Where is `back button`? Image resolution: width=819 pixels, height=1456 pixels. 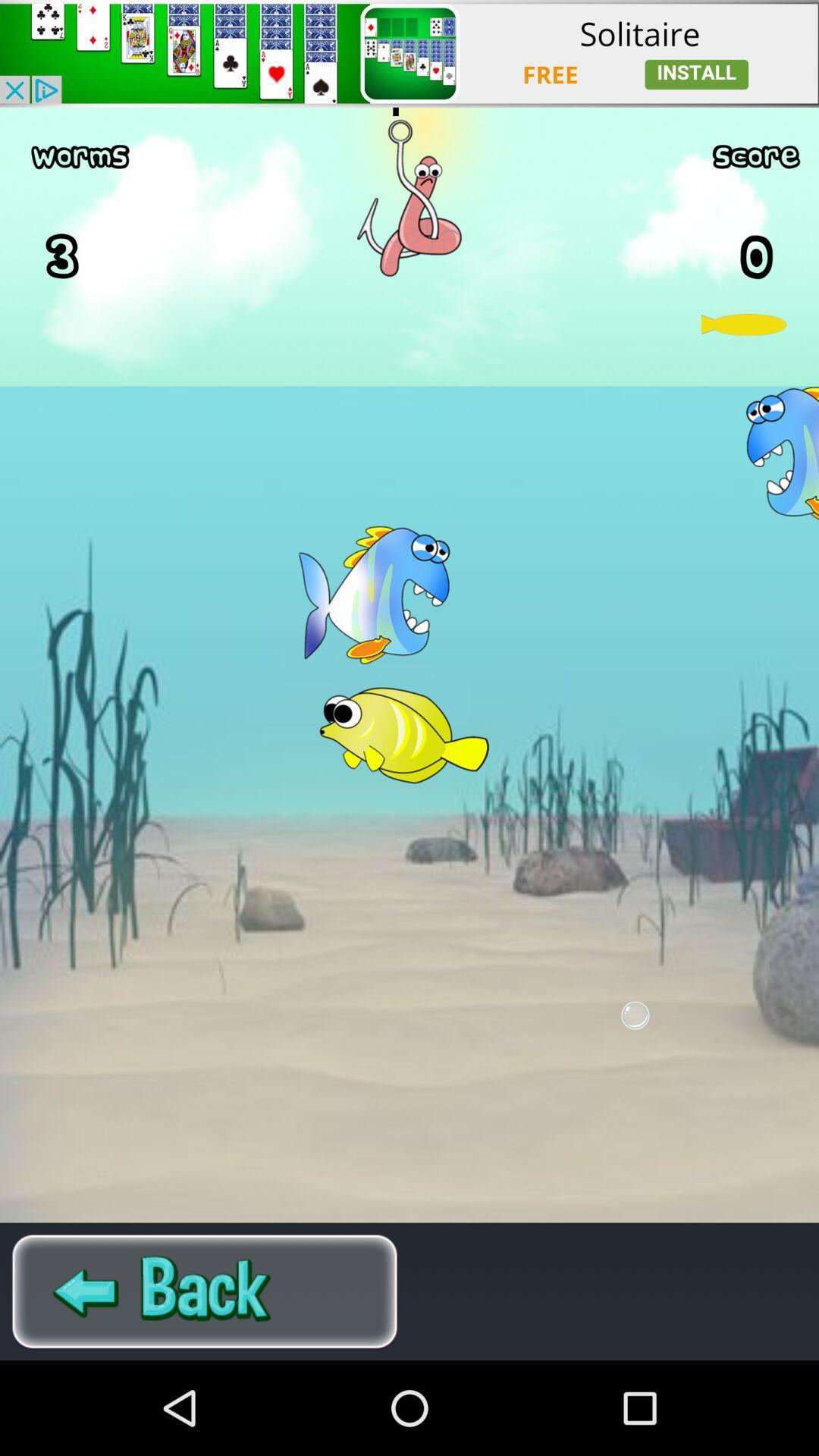
back button is located at coordinates (205, 1291).